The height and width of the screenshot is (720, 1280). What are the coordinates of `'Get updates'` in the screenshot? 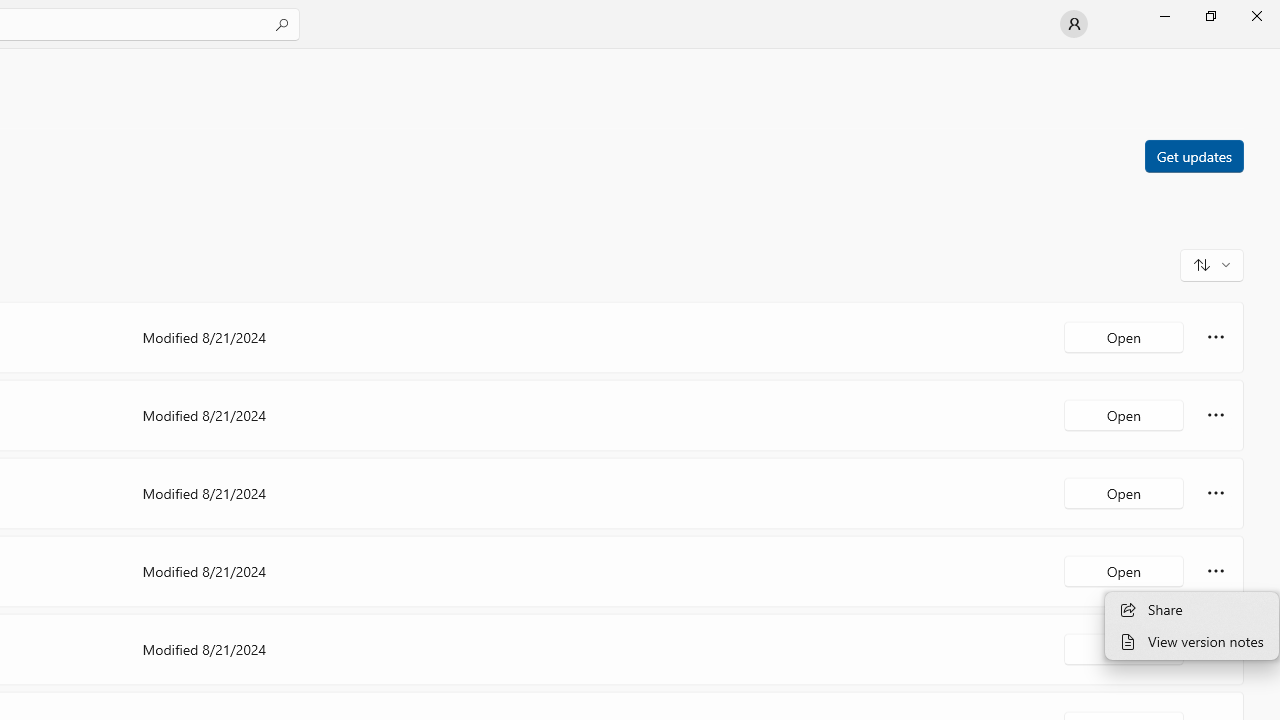 It's located at (1193, 154).